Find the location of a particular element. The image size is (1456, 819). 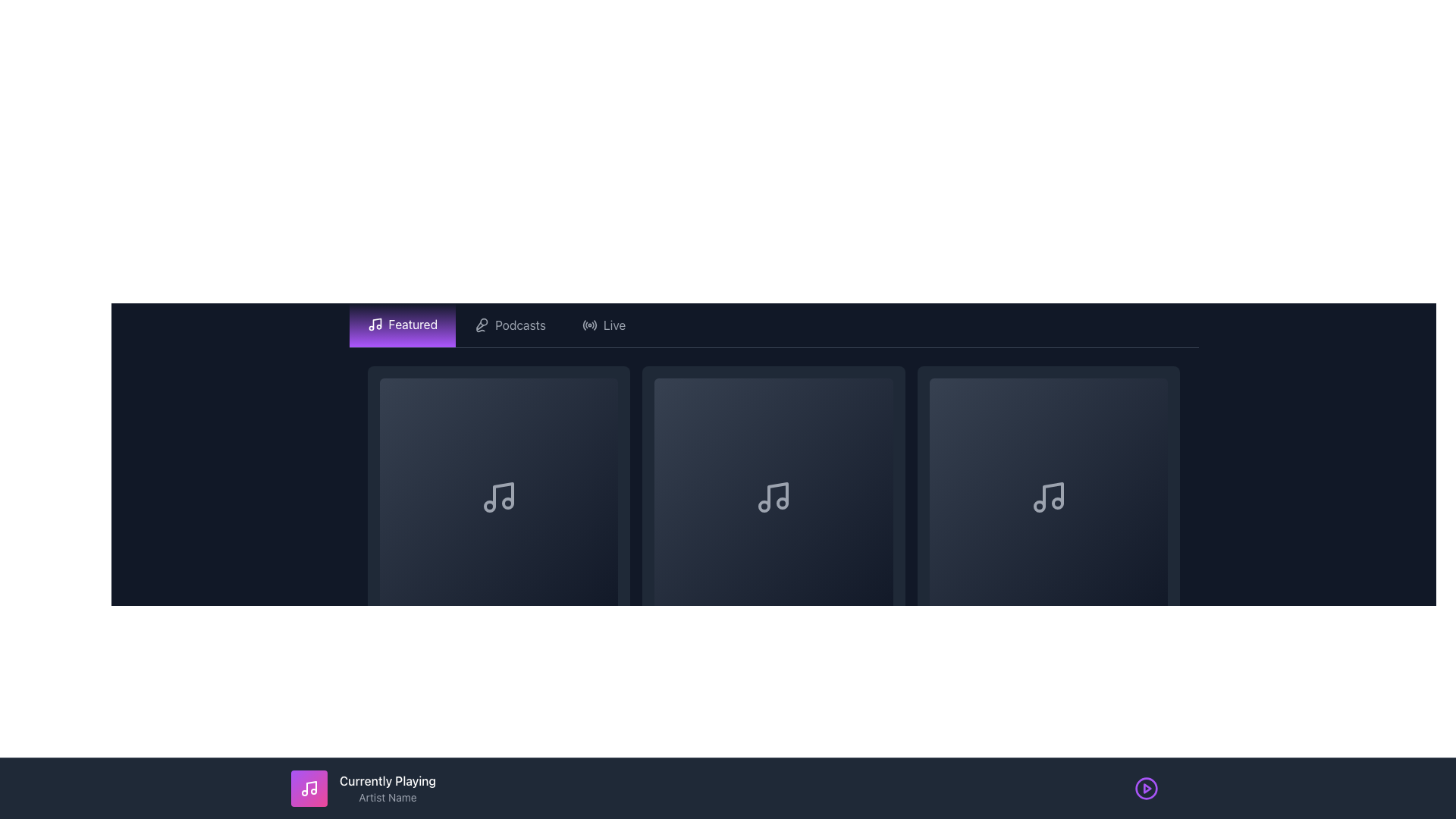

displayed text 'Currently Playing' from the text label that is styled with a medium font weight and appears above the caption 'Artist Name' in a music-related interface is located at coordinates (388, 780).